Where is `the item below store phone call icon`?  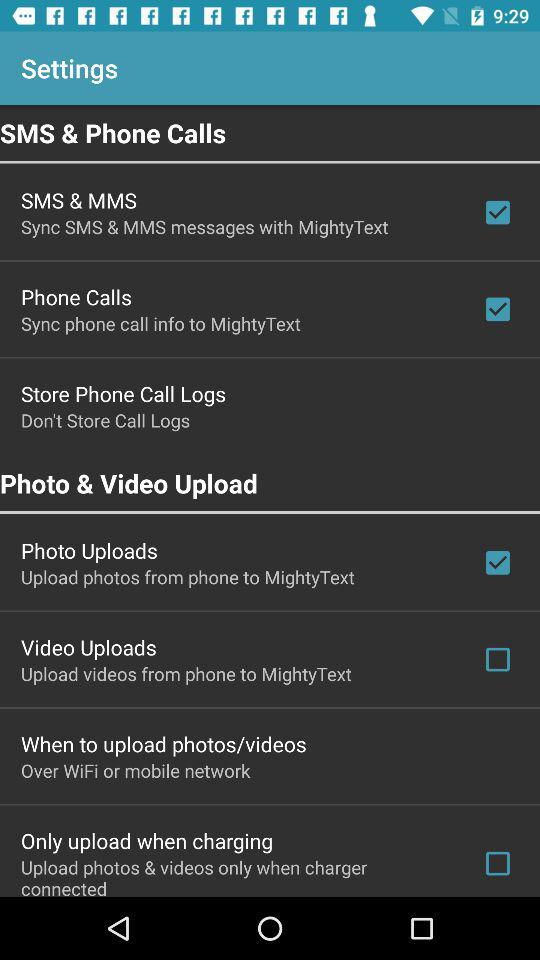 the item below store phone call icon is located at coordinates (105, 419).